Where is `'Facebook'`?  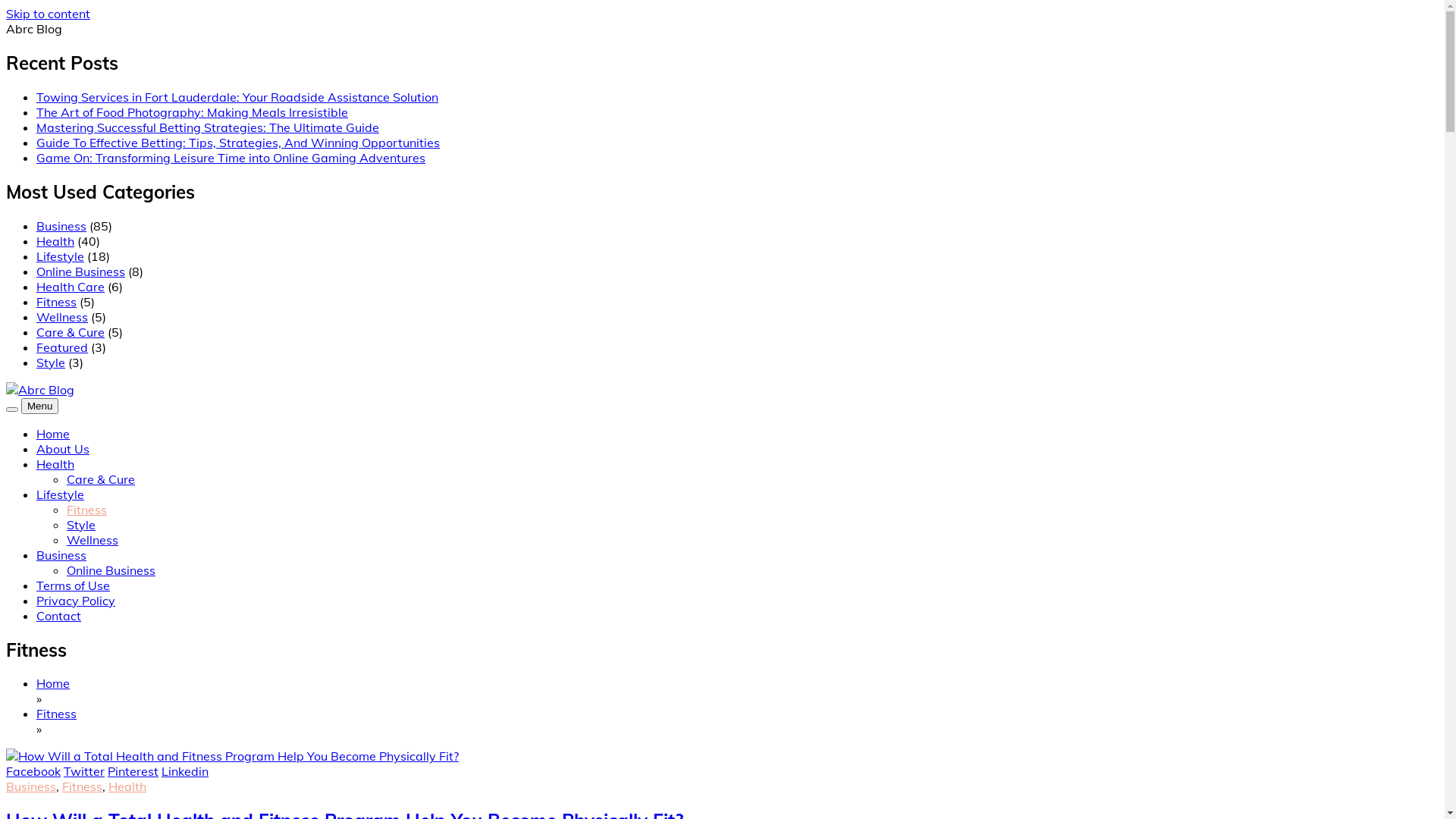
'Facebook' is located at coordinates (33, 771).